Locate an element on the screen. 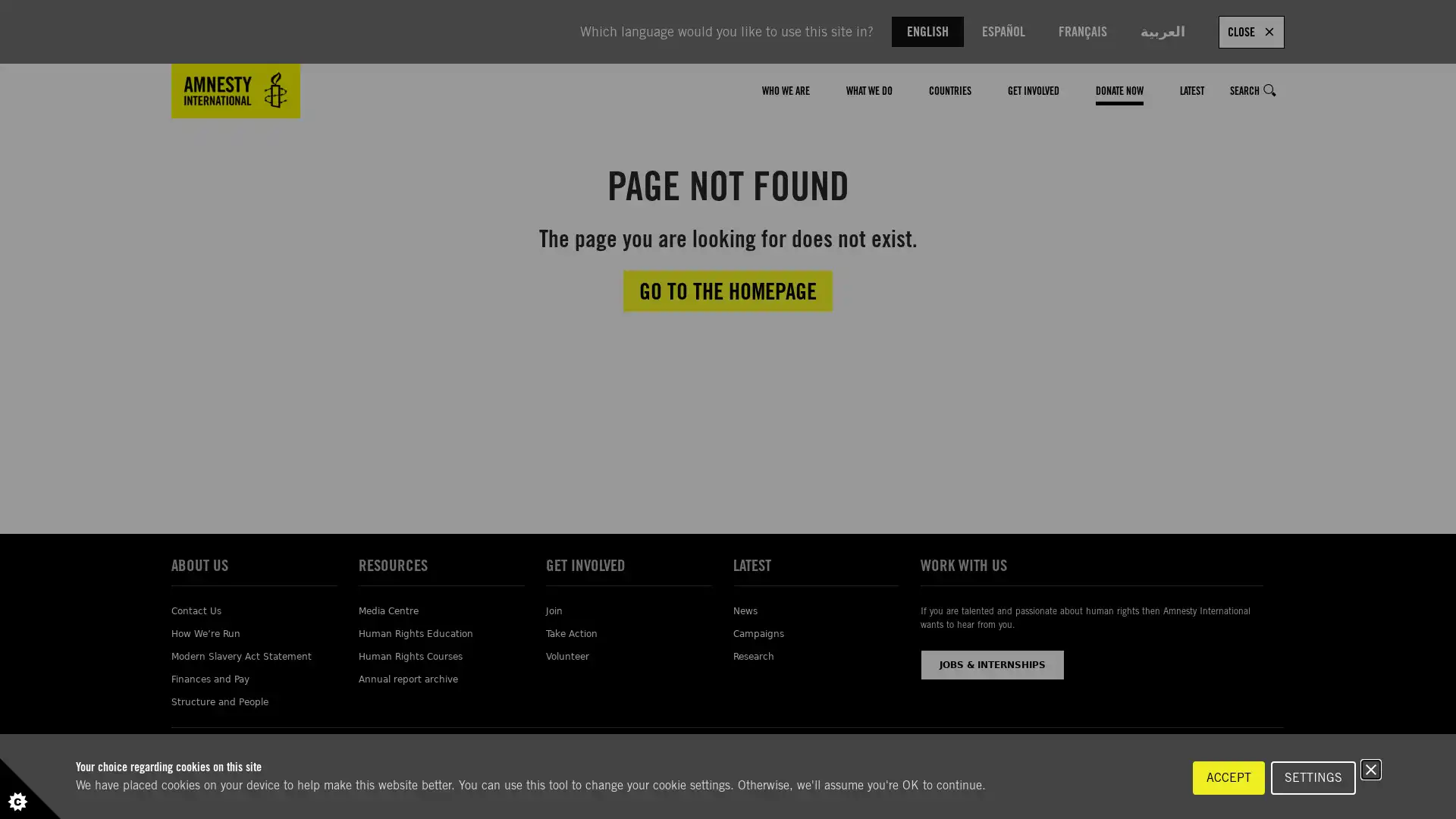  Show search form is located at coordinates (1270, 90).